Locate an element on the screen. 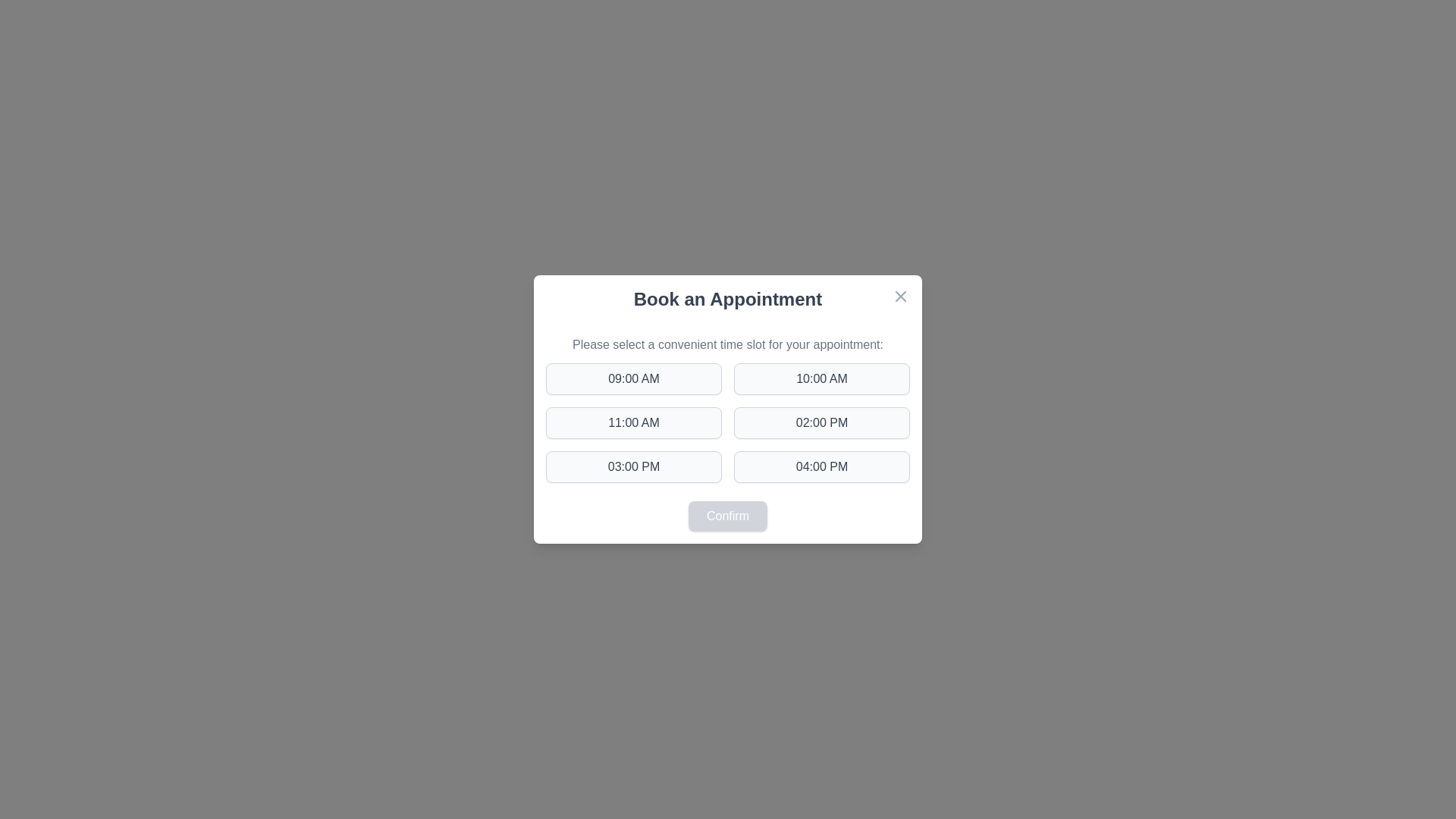 Image resolution: width=1456 pixels, height=819 pixels. the time slot button labeled 02:00 PM is located at coordinates (821, 423).